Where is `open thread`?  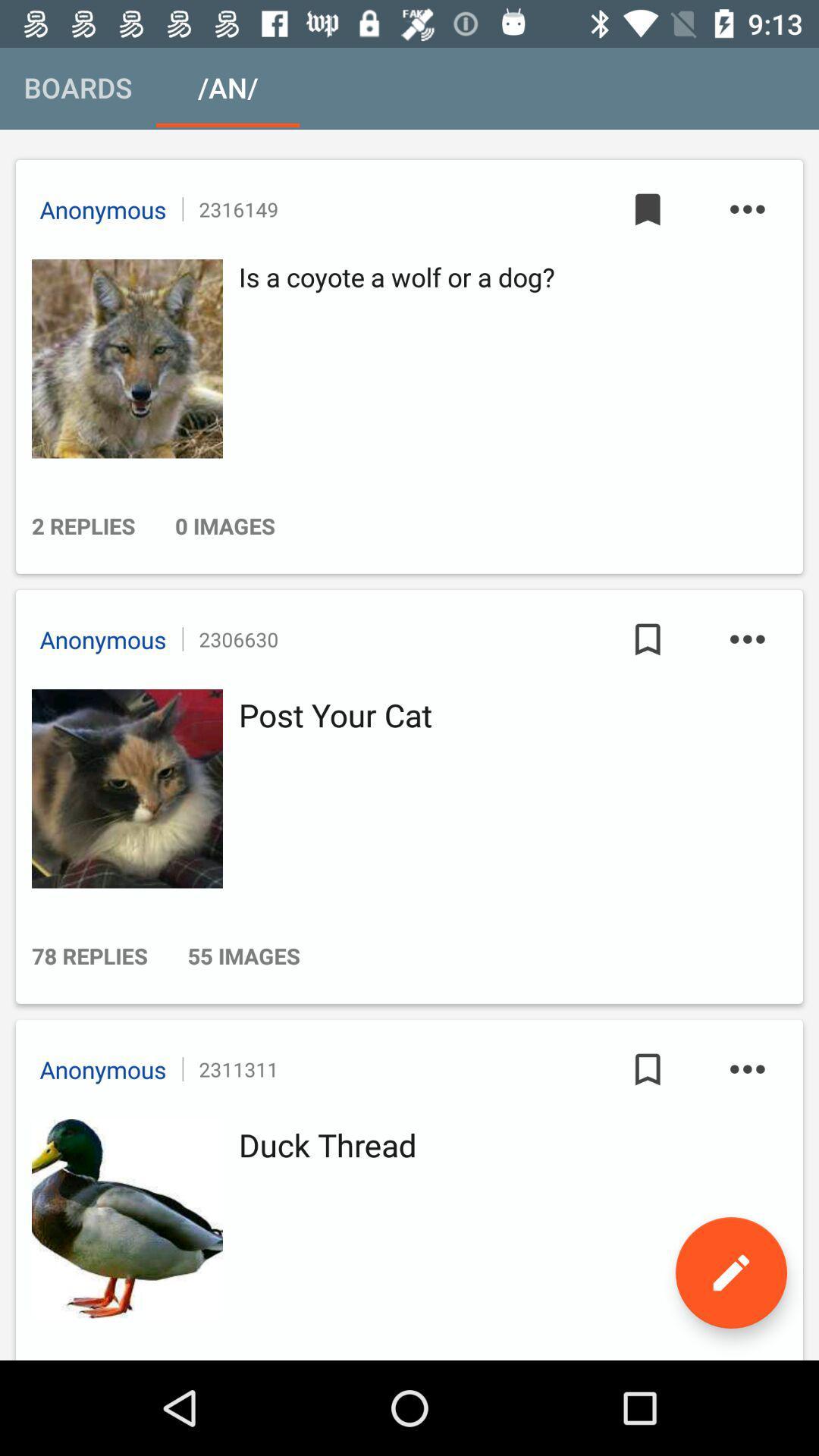 open thread is located at coordinates (122, 1219).